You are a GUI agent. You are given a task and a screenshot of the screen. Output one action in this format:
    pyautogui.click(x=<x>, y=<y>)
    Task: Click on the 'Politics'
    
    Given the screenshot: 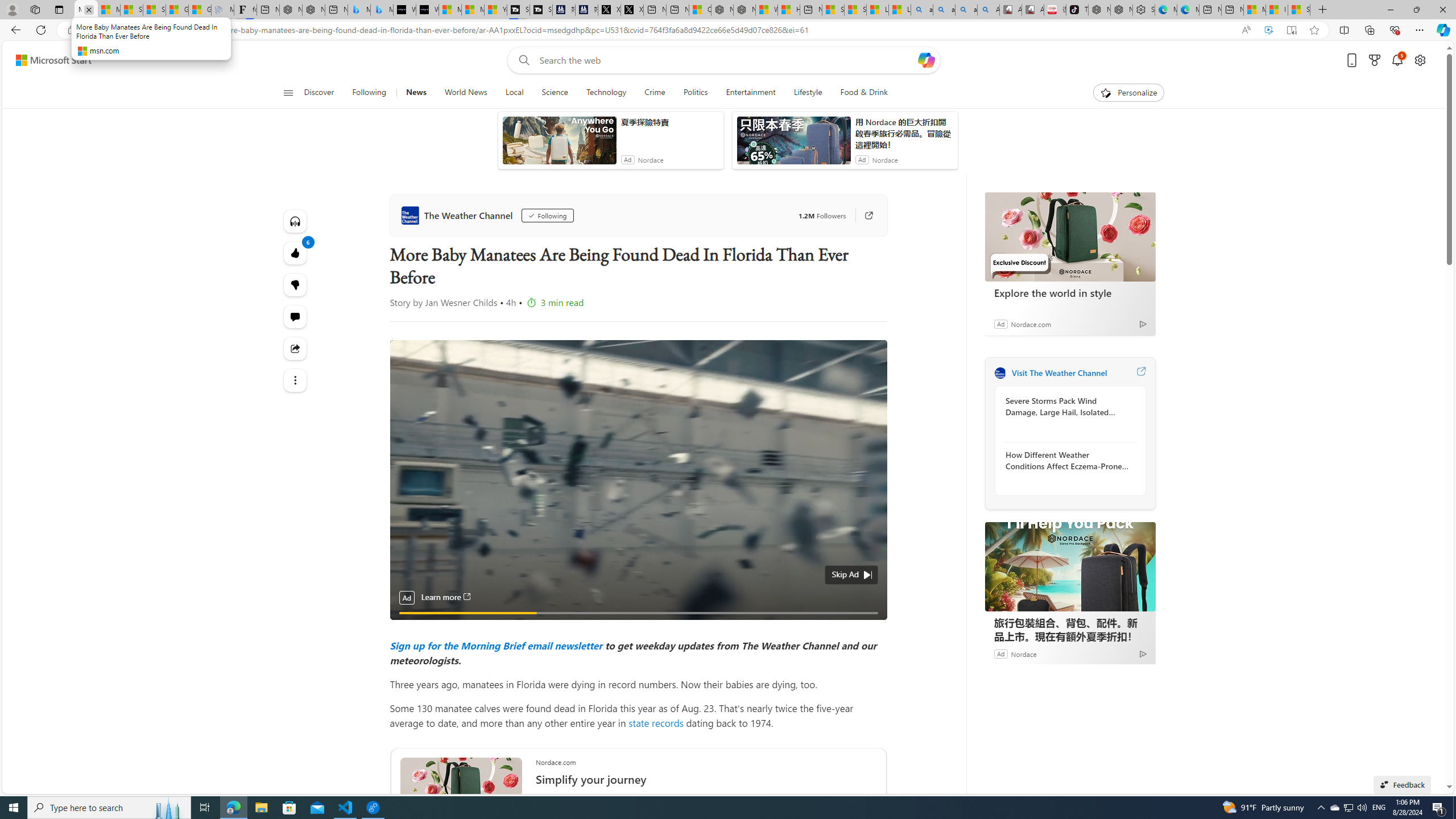 What is the action you would take?
    pyautogui.click(x=695, y=92)
    